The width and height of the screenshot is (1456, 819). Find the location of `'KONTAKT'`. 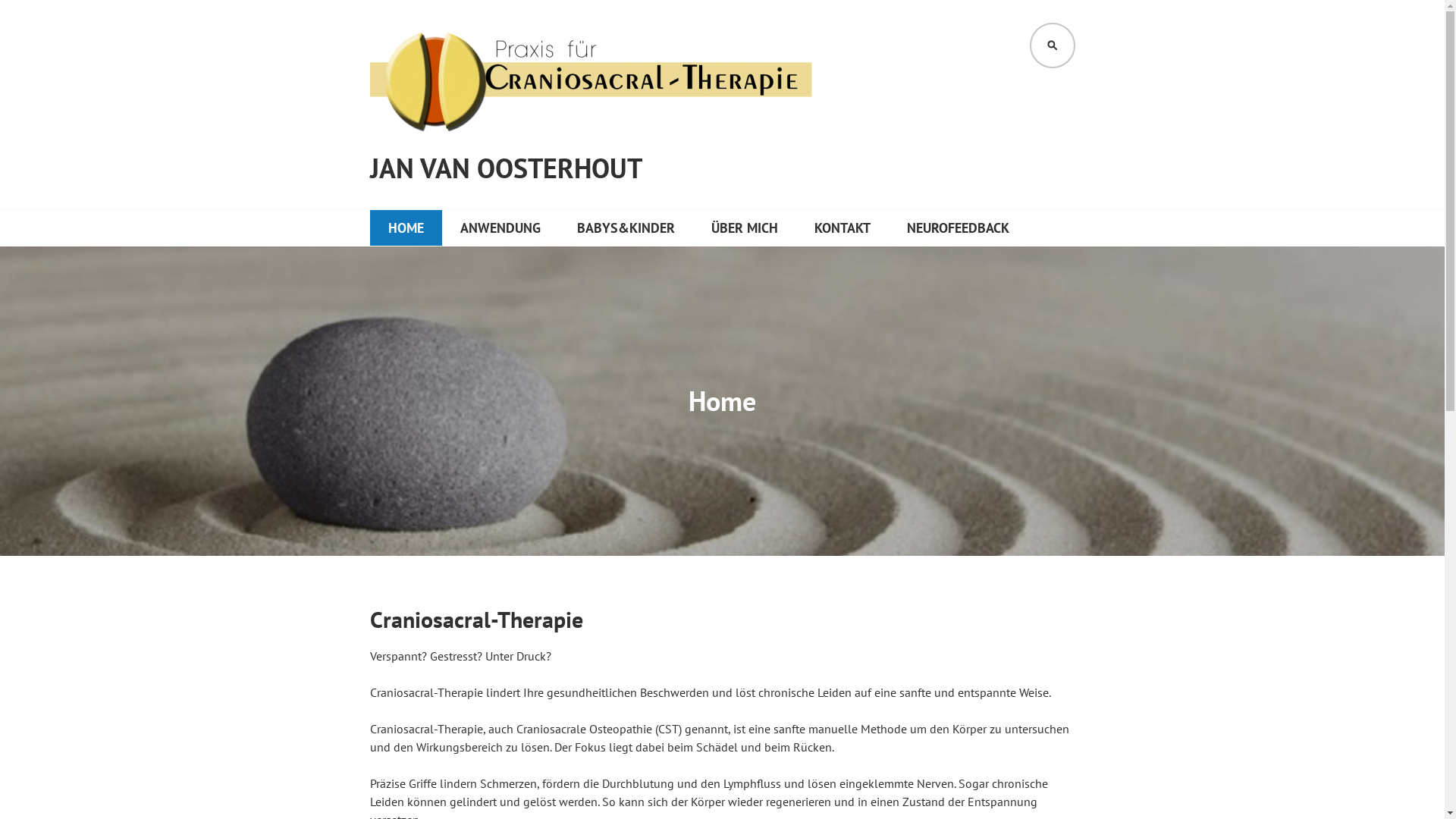

'KONTAKT' is located at coordinates (841, 227).